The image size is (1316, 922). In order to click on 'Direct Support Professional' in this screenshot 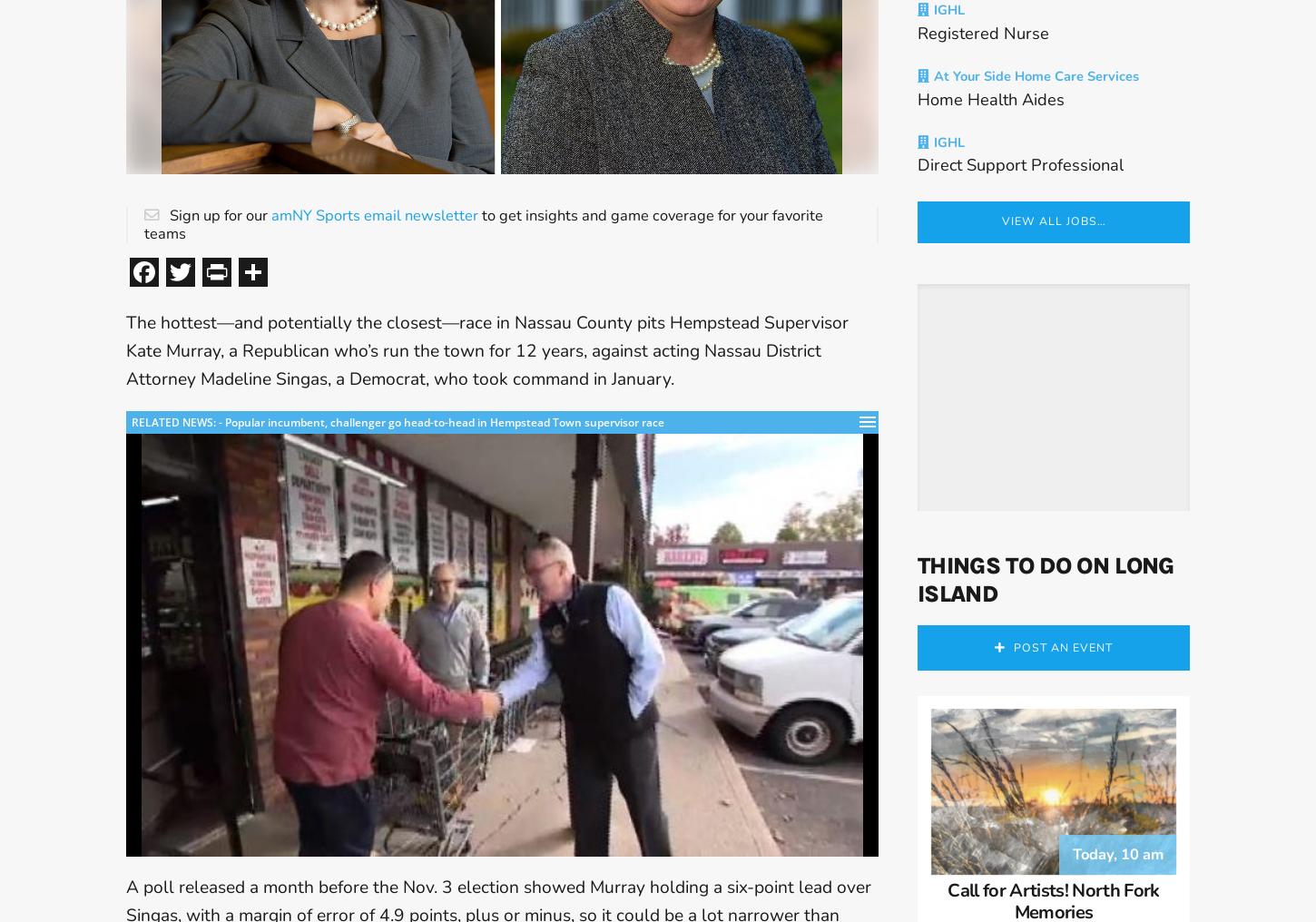, I will do `click(1019, 171)`.